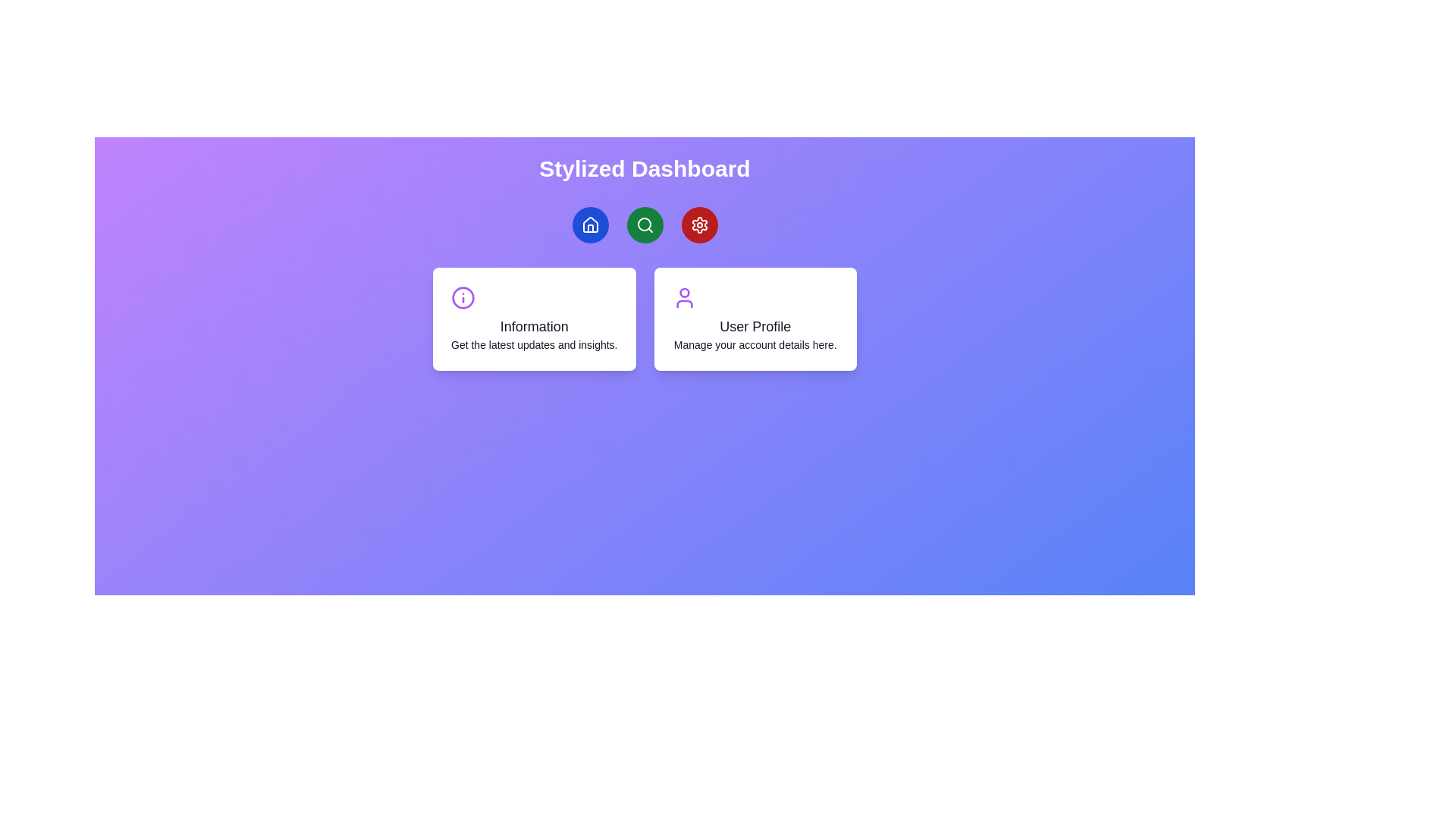  I want to click on the filled purple circle within the 'User Profile' icon, which is part of the 'lucide-user' illustration, so click(683, 293).